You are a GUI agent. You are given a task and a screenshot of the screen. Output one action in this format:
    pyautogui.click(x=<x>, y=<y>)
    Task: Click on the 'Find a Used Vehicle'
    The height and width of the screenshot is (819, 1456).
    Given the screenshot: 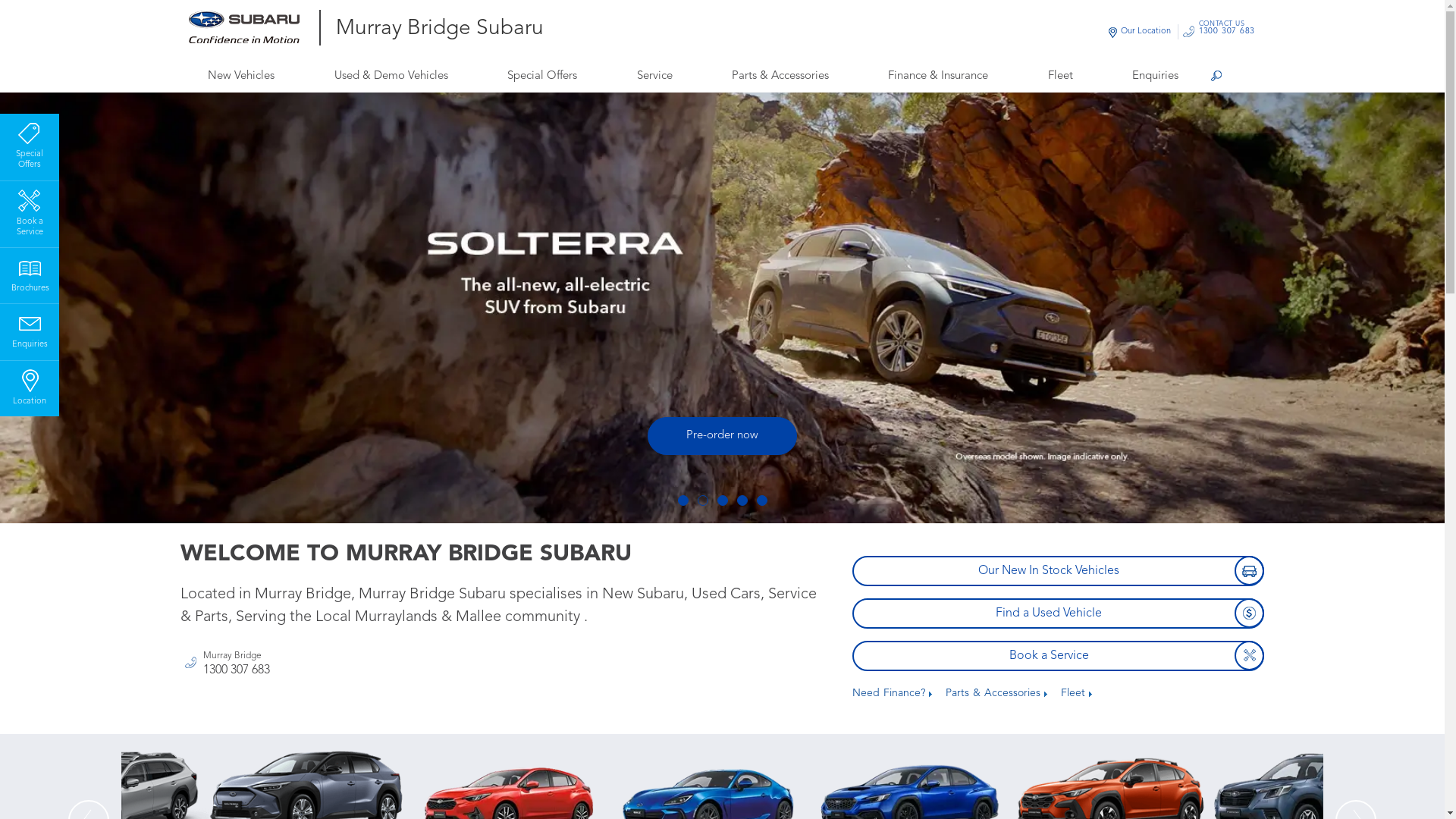 What is the action you would take?
    pyautogui.click(x=1057, y=613)
    